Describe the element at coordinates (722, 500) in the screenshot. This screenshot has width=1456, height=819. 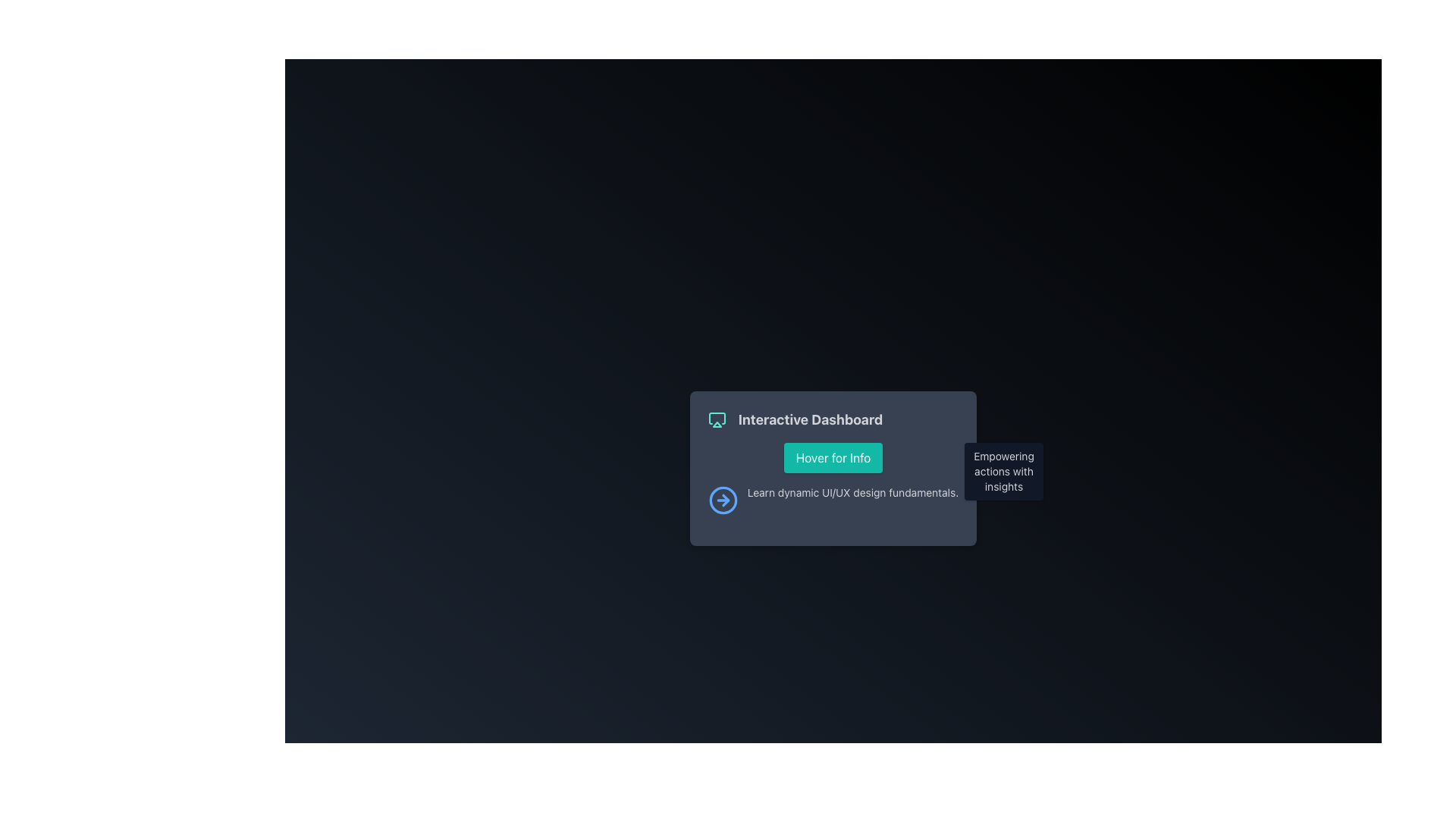
I see `the circular arrow icon with a blue outline, positioned to the left of the text 'Learn dynamic UI/UX design fundamentals.'` at that location.